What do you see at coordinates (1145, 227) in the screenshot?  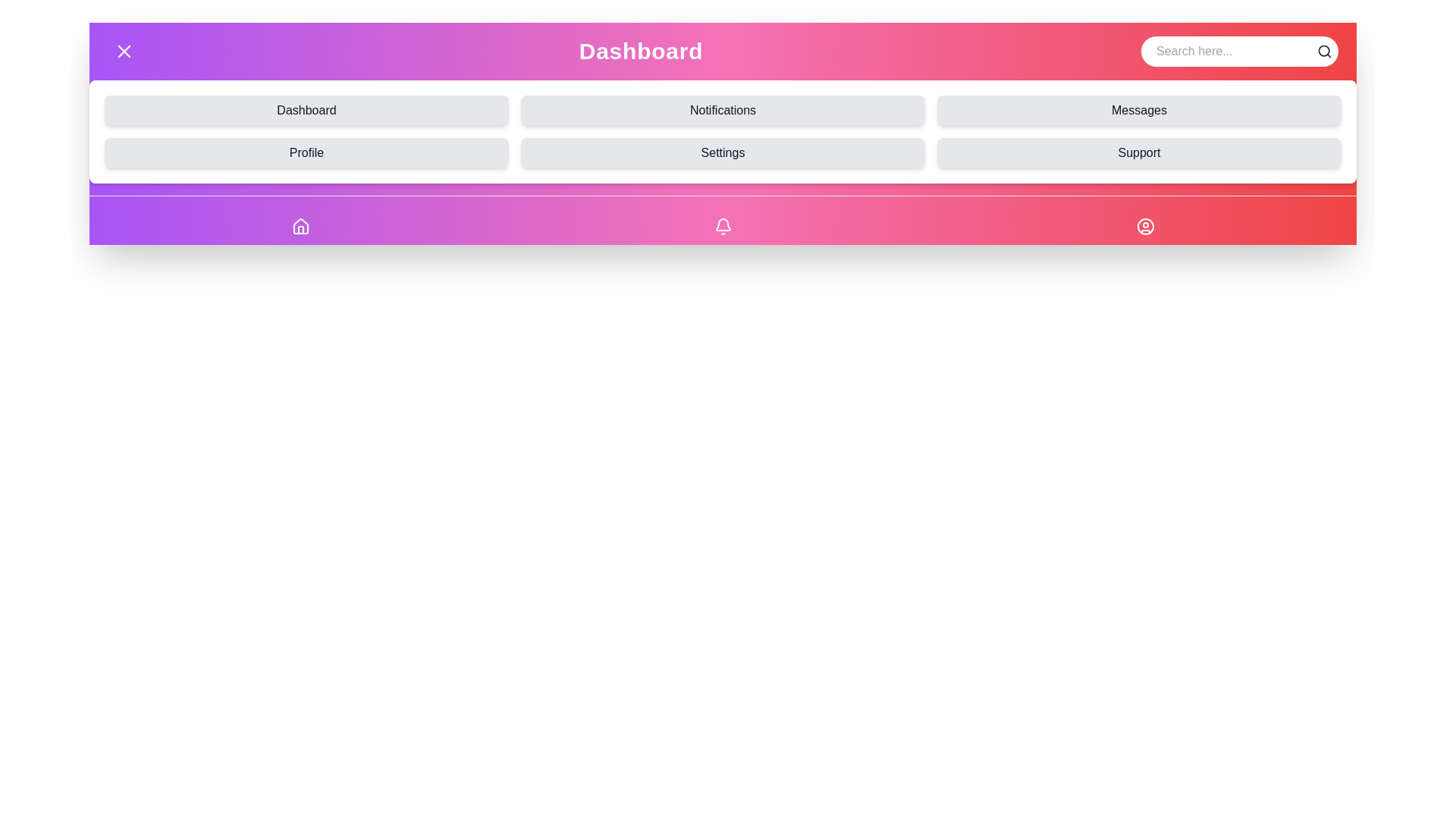 I see `the footer button corresponding to Profile` at bounding box center [1145, 227].